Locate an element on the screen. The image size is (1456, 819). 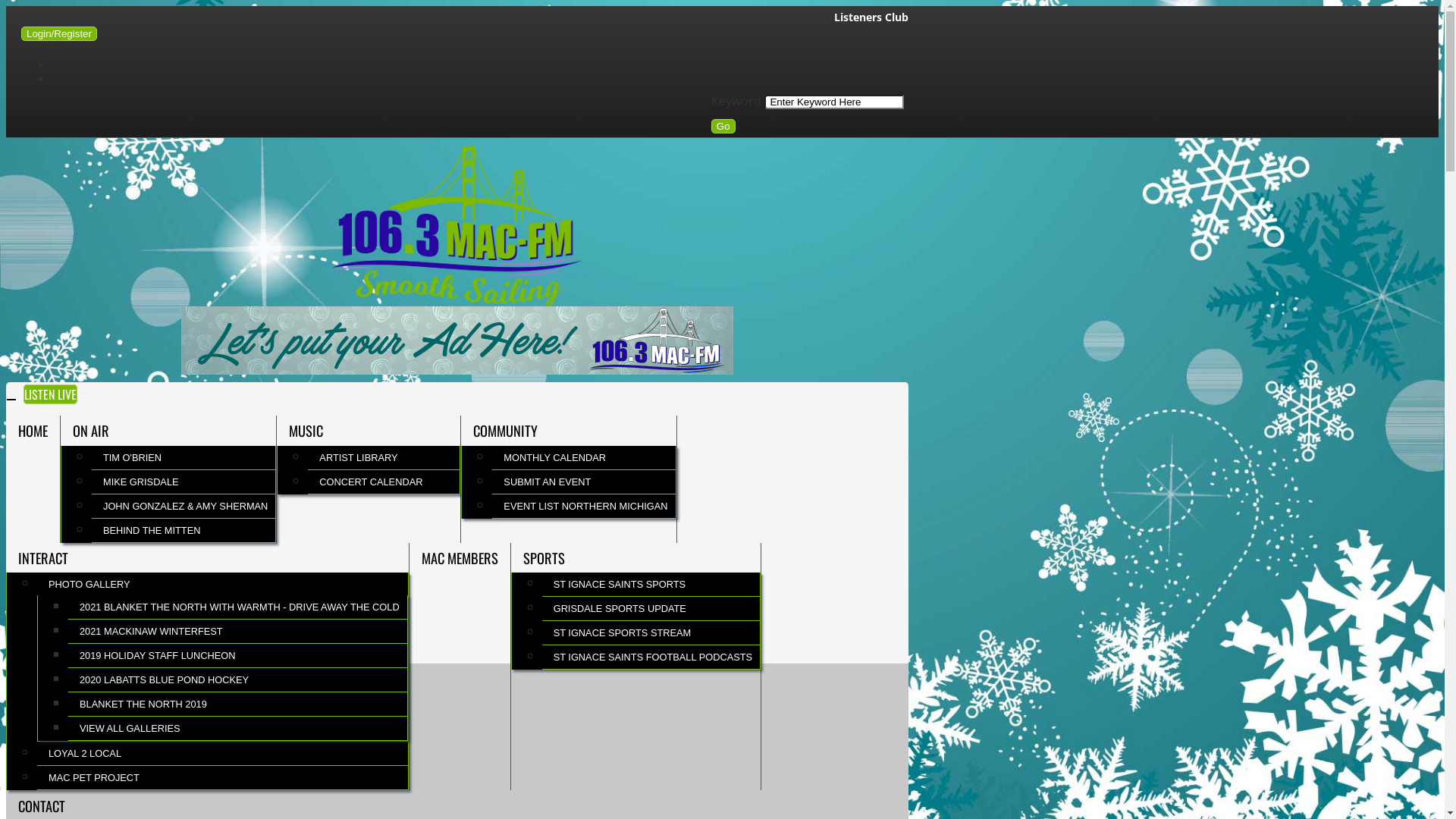
'SUBMIT AN EVENT' is located at coordinates (582, 482).